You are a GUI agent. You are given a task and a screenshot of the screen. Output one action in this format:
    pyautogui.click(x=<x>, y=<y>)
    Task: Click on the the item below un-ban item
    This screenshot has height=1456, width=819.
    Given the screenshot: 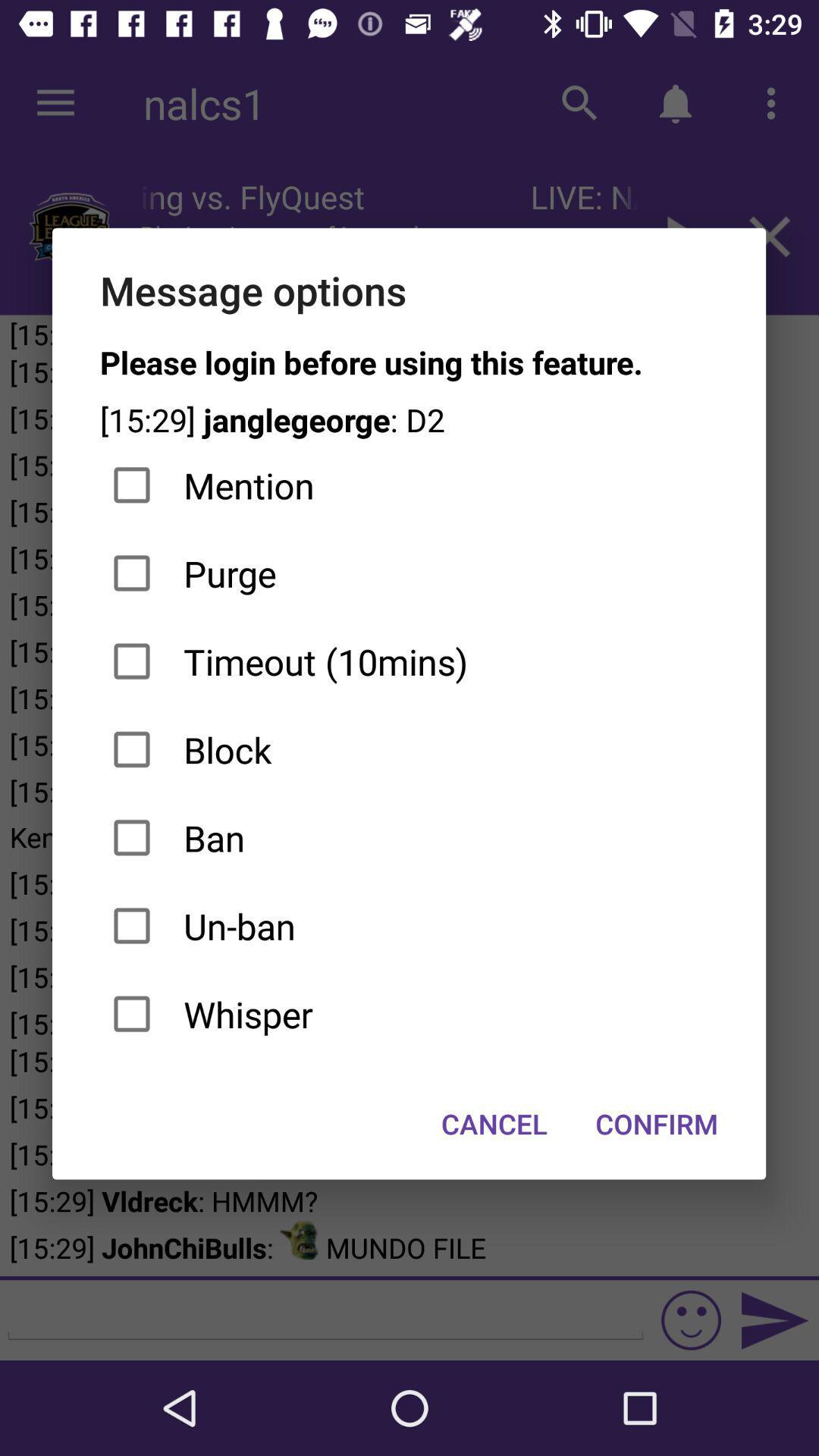 What is the action you would take?
    pyautogui.click(x=408, y=1014)
    